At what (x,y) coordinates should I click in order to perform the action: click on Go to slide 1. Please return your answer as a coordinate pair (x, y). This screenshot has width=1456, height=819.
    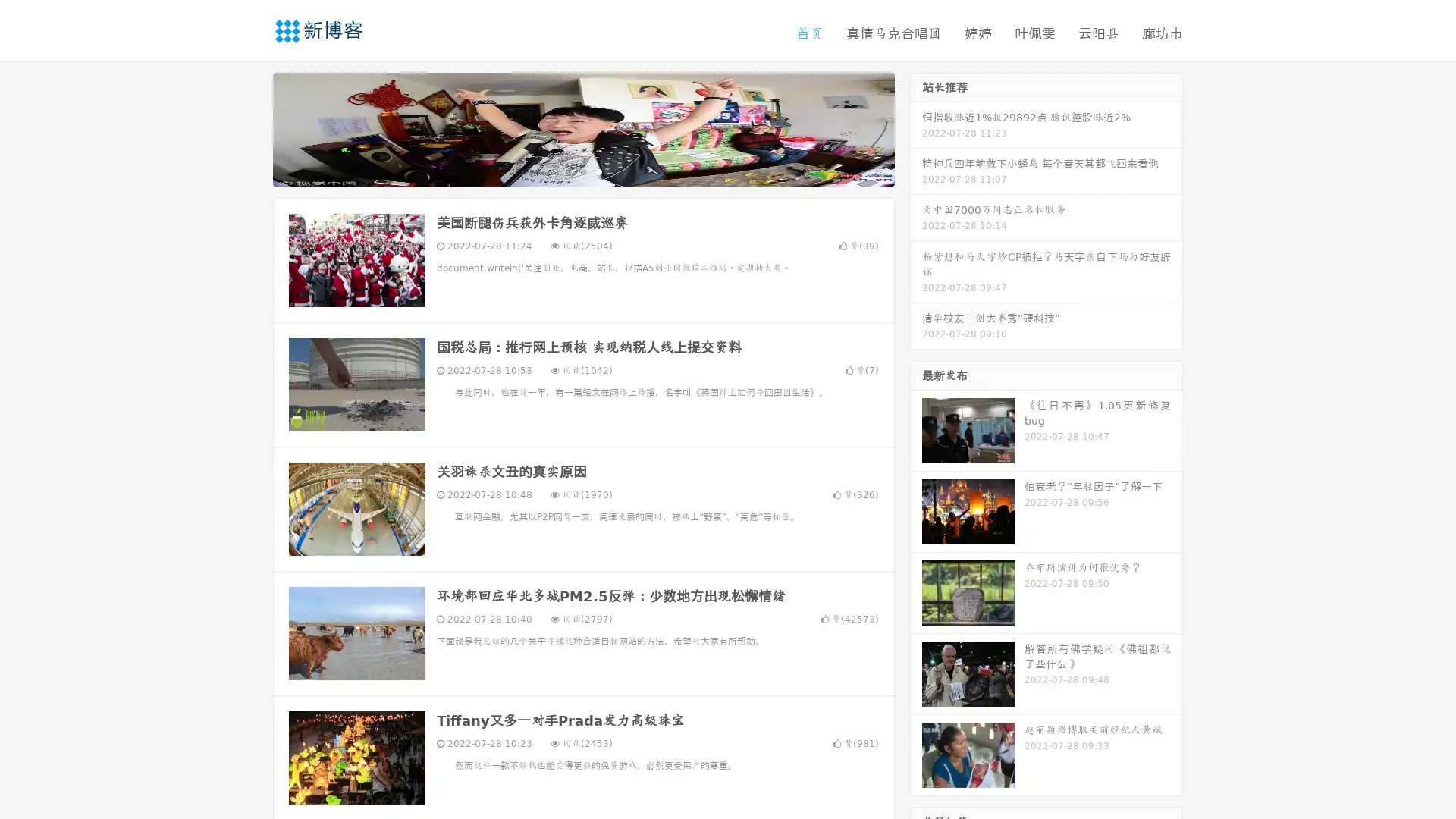
    Looking at the image, I should click on (567, 171).